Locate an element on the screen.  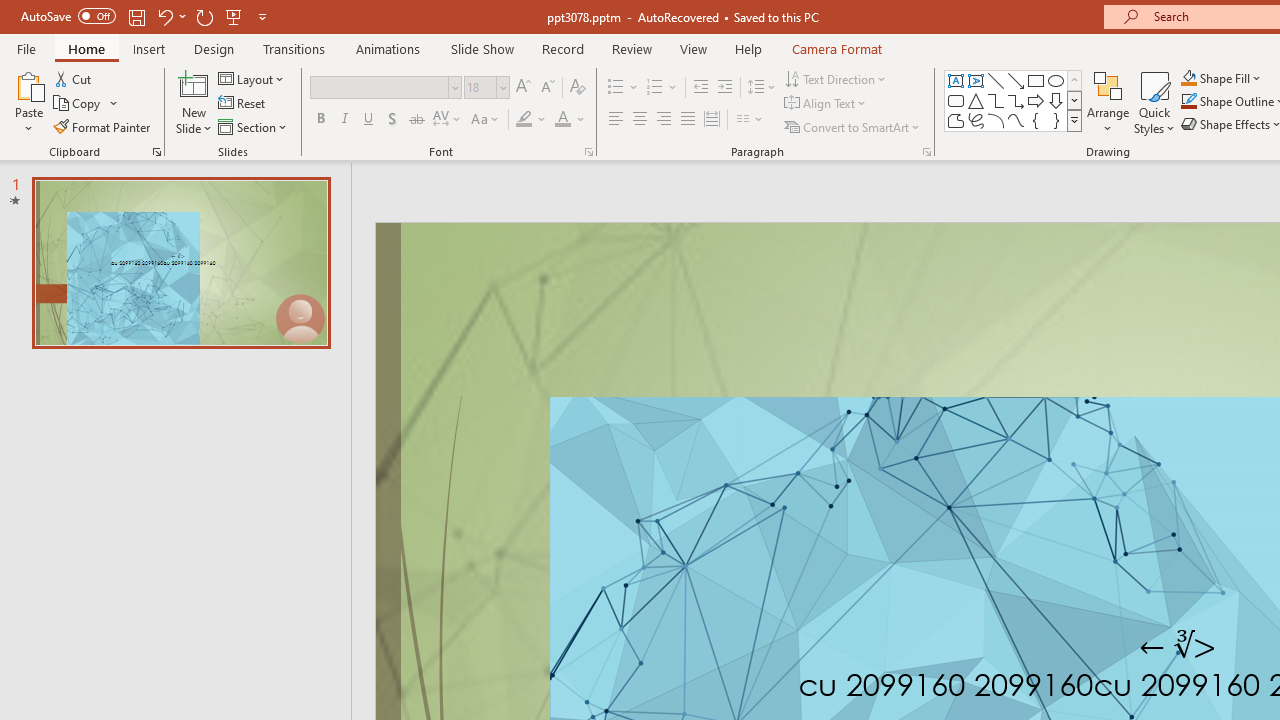
'Quick Styles' is located at coordinates (1154, 103).